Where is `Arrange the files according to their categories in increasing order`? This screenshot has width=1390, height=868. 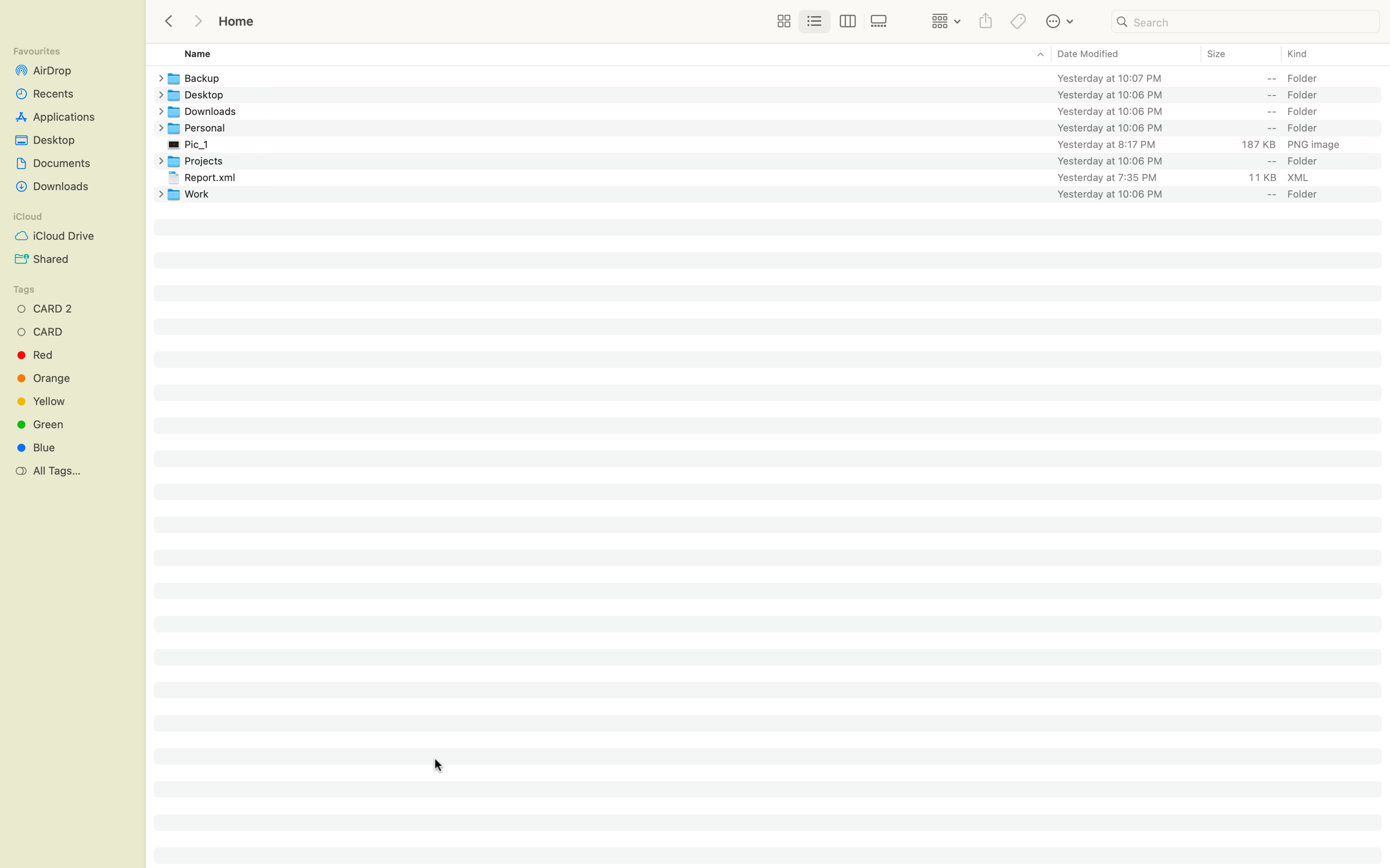 Arrange the files according to their categories in increasing order is located at coordinates (1329, 54).